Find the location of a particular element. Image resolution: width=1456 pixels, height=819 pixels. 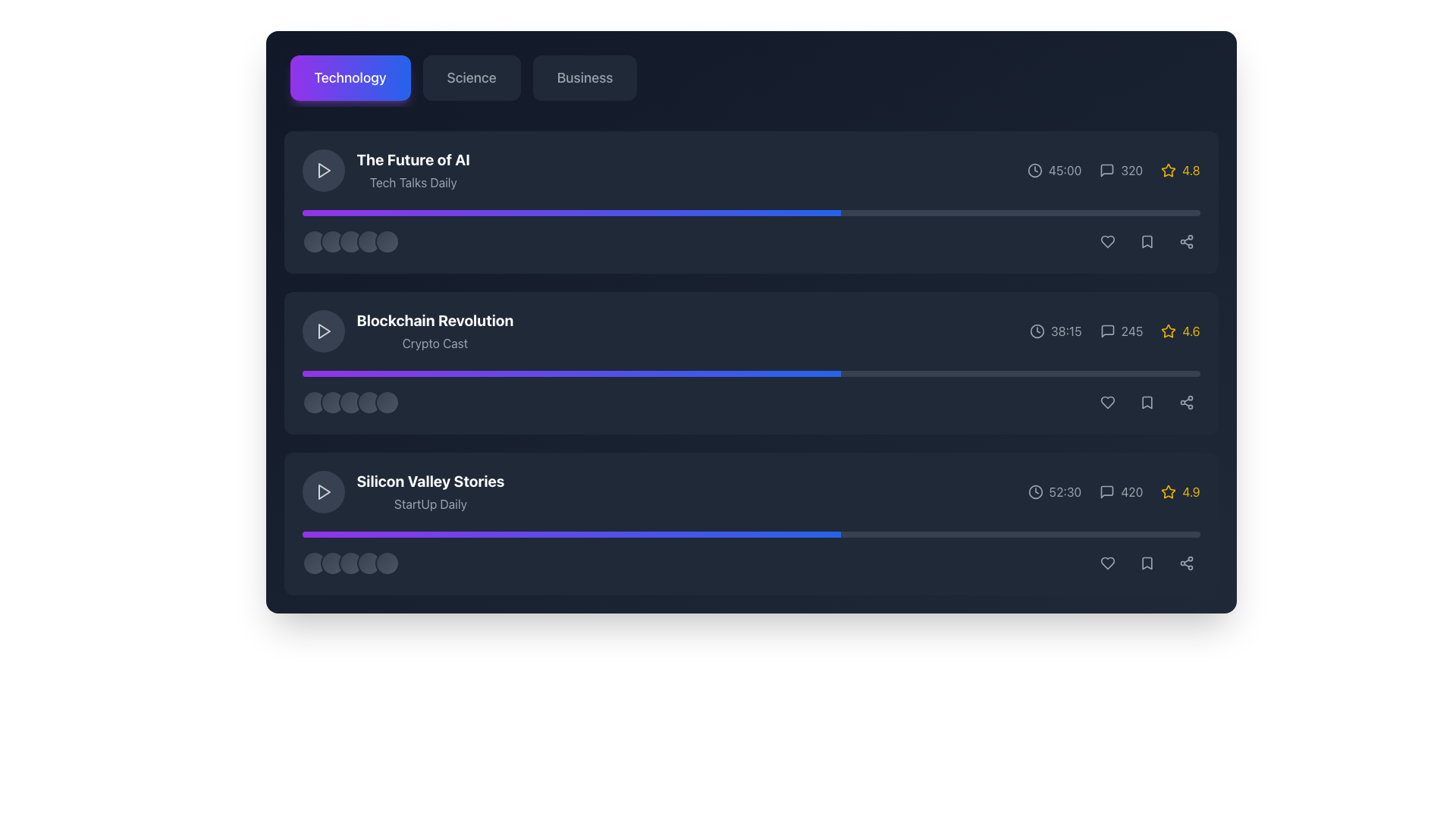

the comment icon located in the horizontal row of icons to the right of 'The Future of AI', which is the first icon in its row is located at coordinates (1107, 170).